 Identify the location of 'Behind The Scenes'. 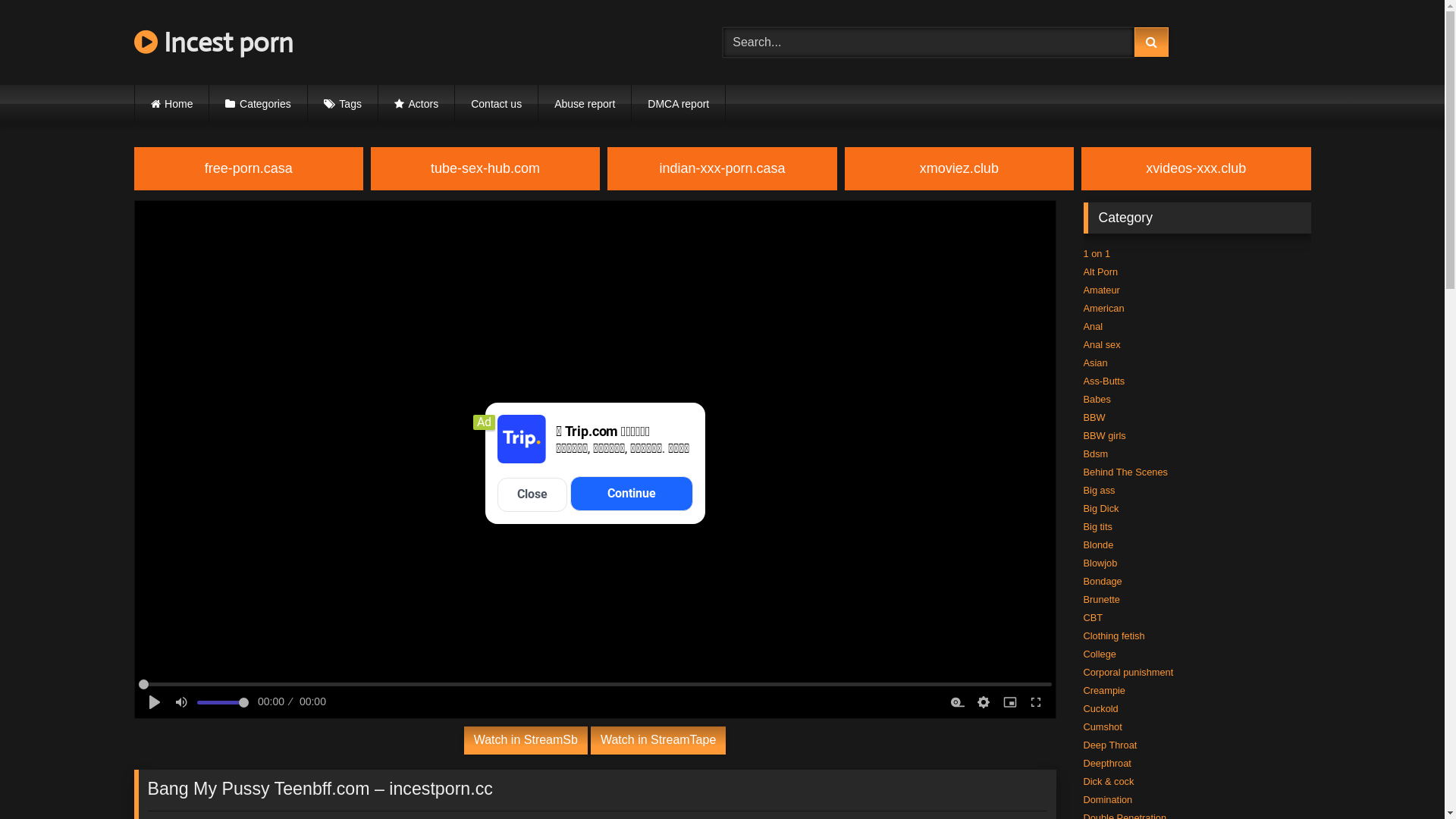
(1082, 471).